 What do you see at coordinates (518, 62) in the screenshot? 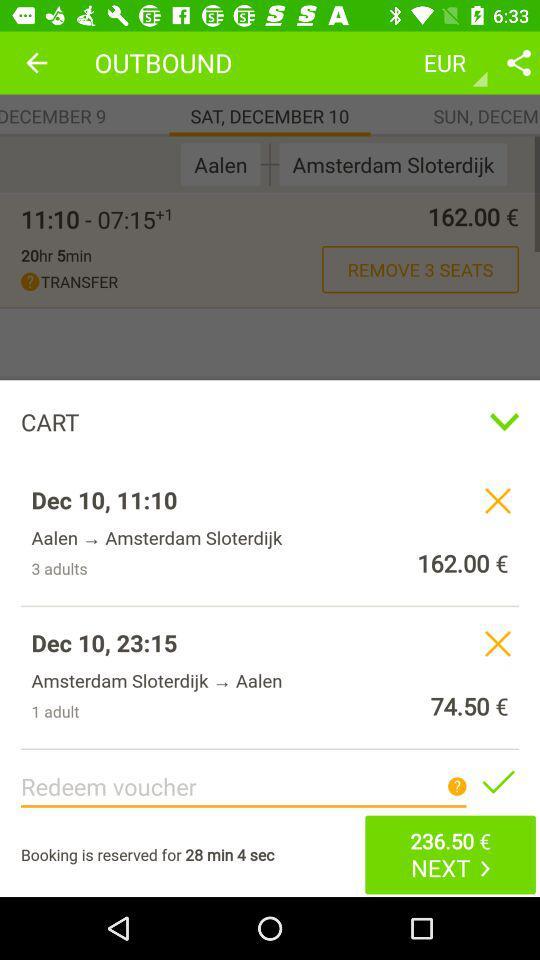
I see `setting` at bounding box center [518, 62].